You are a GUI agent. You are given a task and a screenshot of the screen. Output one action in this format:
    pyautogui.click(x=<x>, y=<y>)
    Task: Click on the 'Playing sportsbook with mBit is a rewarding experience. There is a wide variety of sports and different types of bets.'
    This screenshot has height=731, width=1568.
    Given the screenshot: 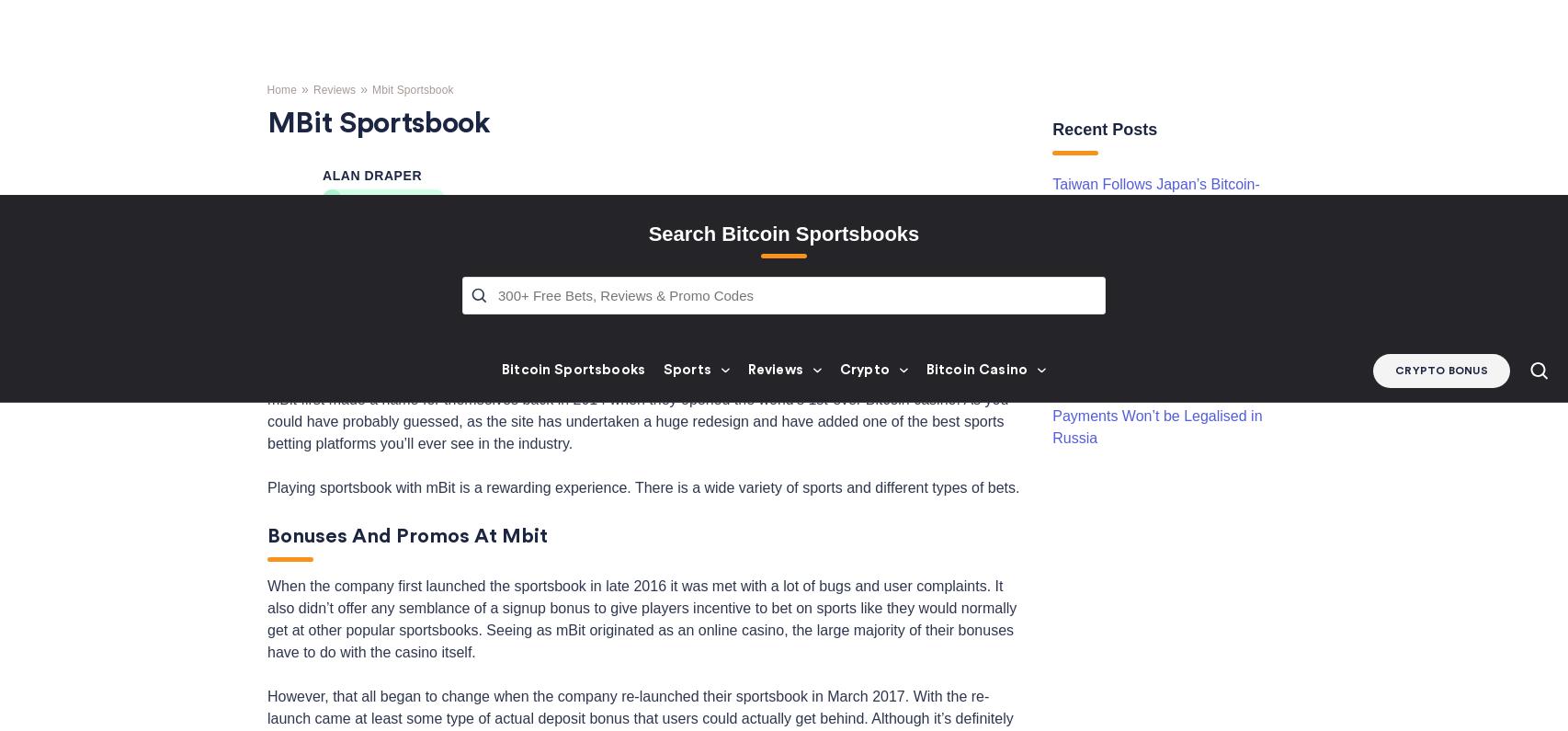 What is the action you would take?
    pyautogui.click(x=267, y=148)
    